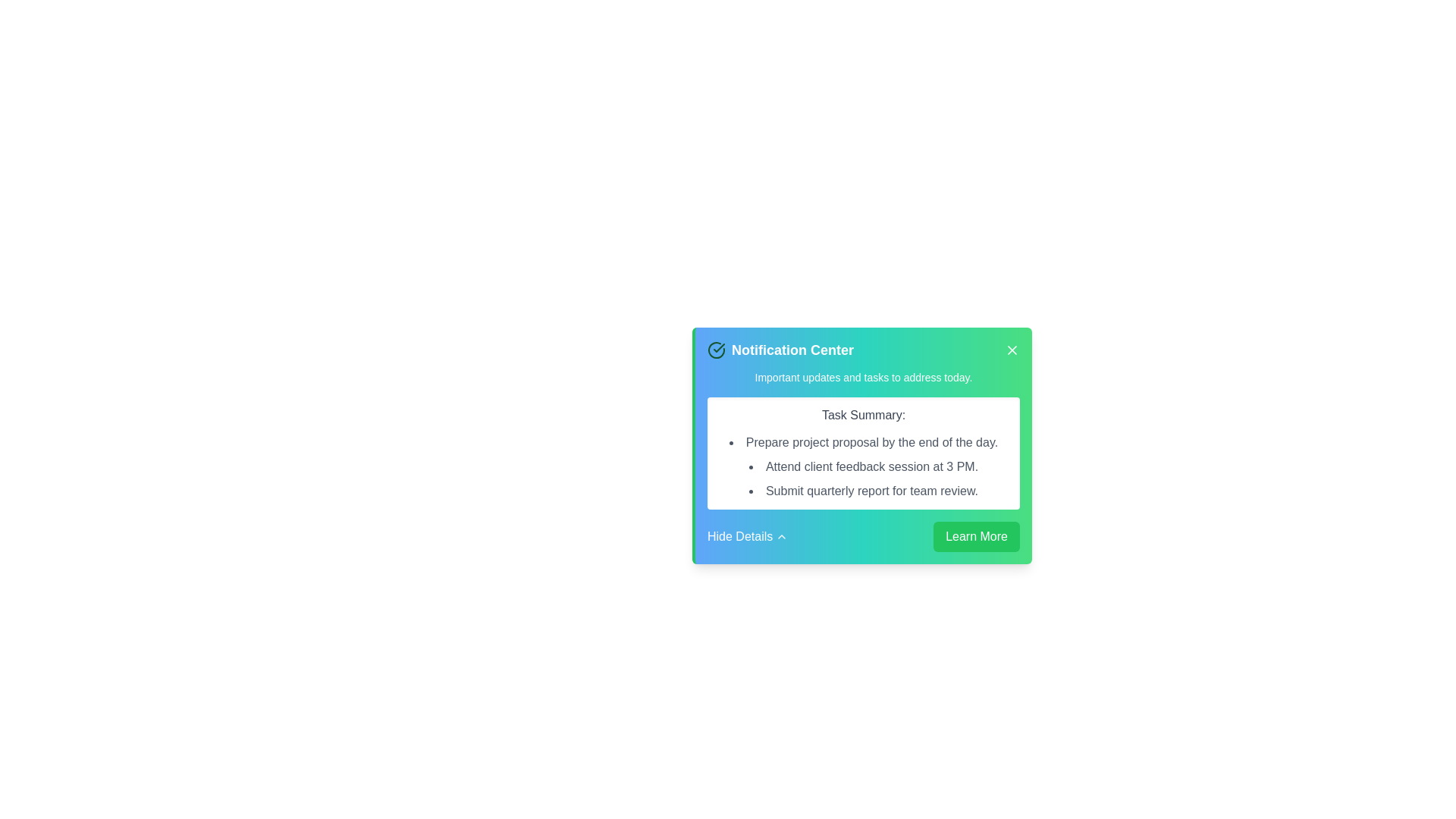  I want to click on the second task item in the notification center, which reminds the user about attending a client feedback session, so click(863, 466).